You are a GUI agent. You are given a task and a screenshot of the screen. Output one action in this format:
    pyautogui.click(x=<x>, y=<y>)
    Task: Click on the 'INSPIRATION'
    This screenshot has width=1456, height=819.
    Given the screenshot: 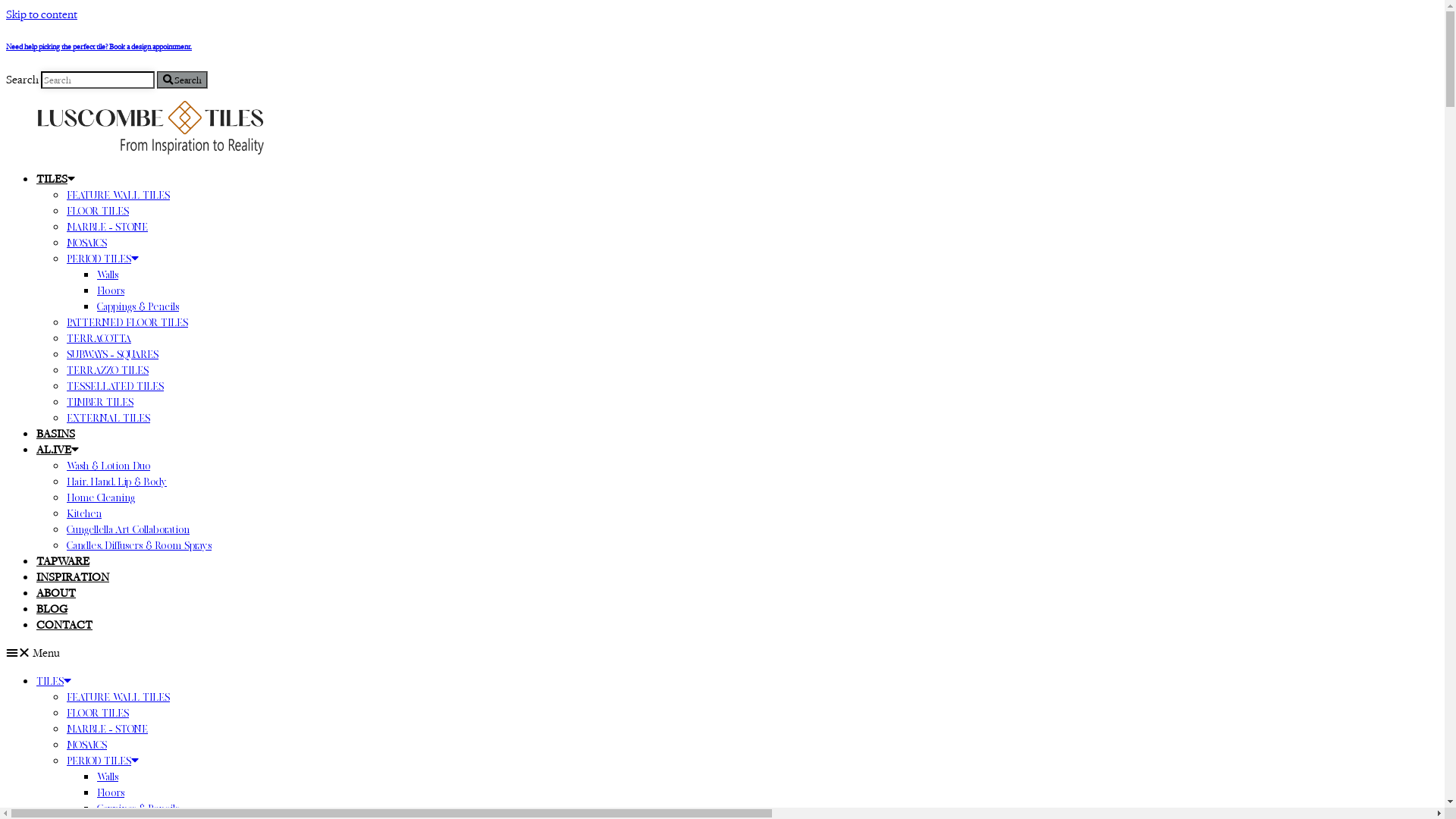 What is the action you would take?
    pyautogui.click(x=36, y=576)
    